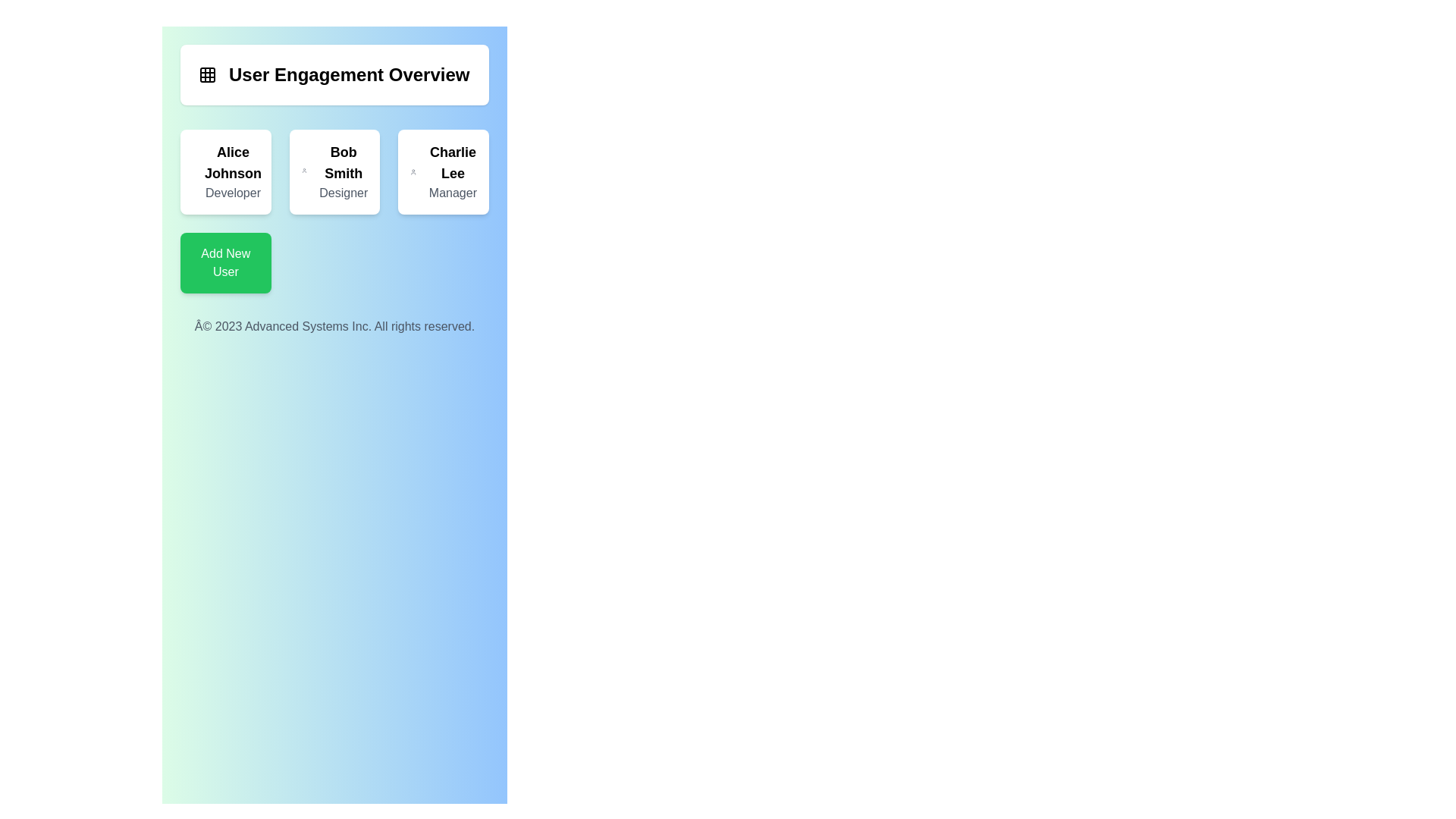 The image size is (1456, 819). What do you see at coordinates (334, 211) in the screenshot?
I see `the user profile display card that presents the details of an individual, located in the middle of three cards between 'Alice Johnson' and 'Charlie Lee'` at bounding box center [334, 211].